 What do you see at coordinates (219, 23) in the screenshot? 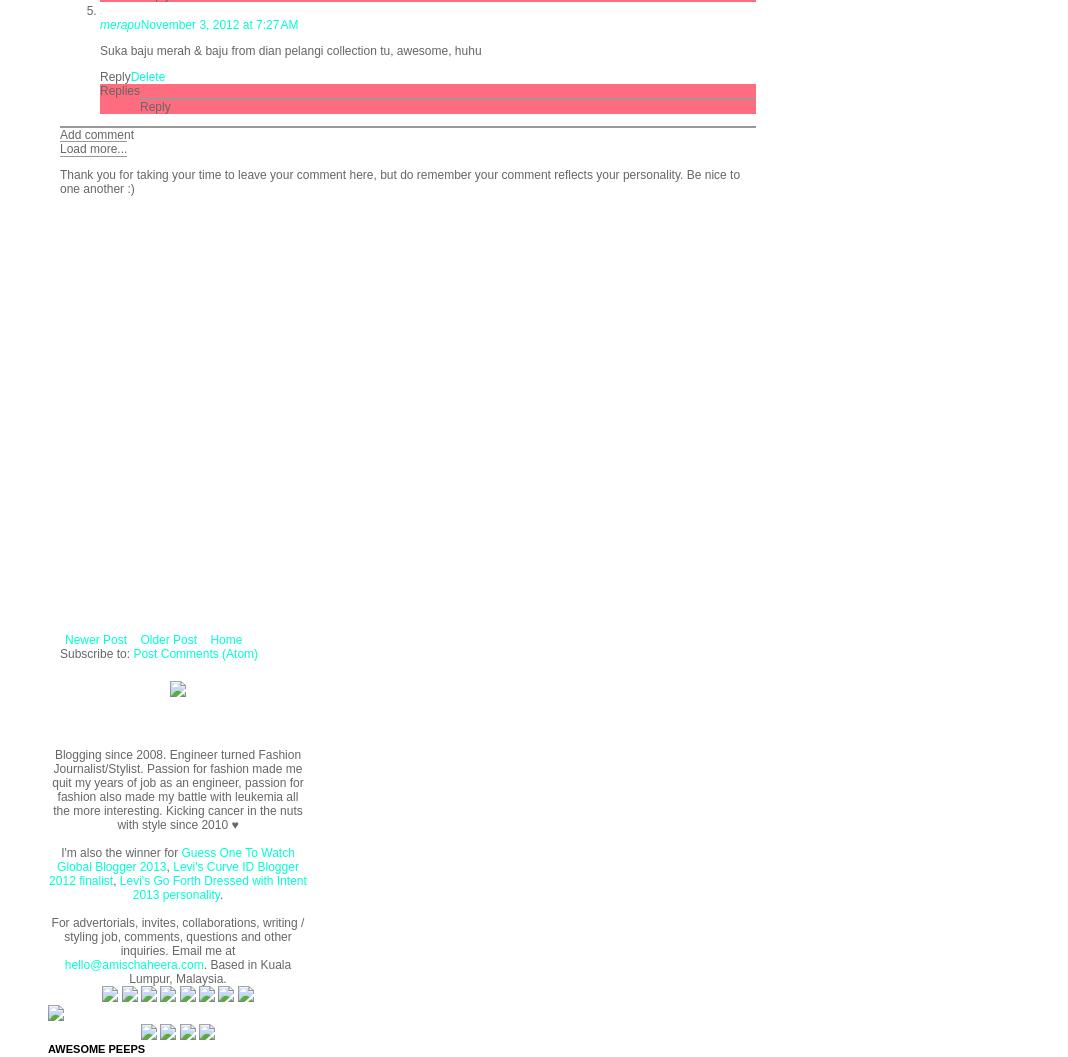
I see `'November 3, 2012 at 7:27 AM'` at bounding box center [219, 23].